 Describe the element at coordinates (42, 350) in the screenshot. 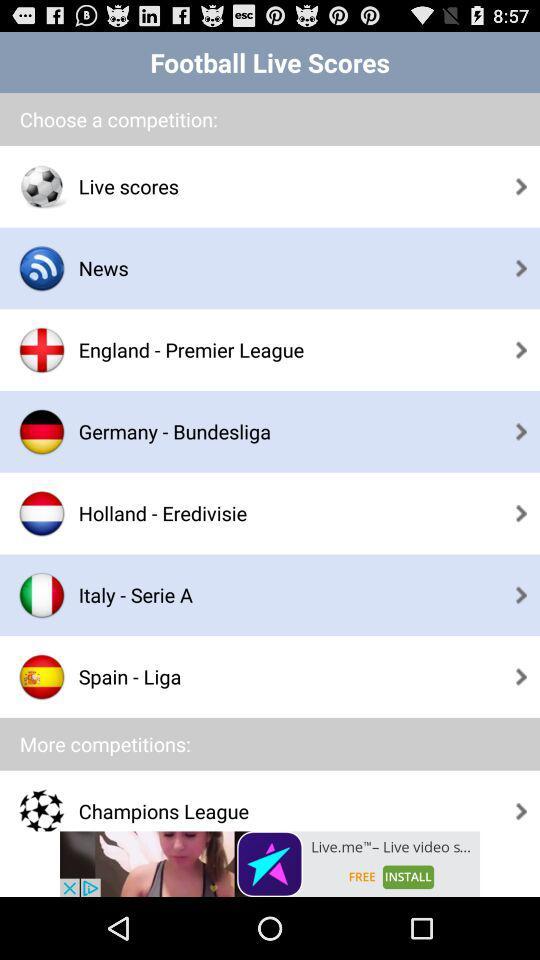

I see `the mini image on the left side to englandpremier league` at that location.